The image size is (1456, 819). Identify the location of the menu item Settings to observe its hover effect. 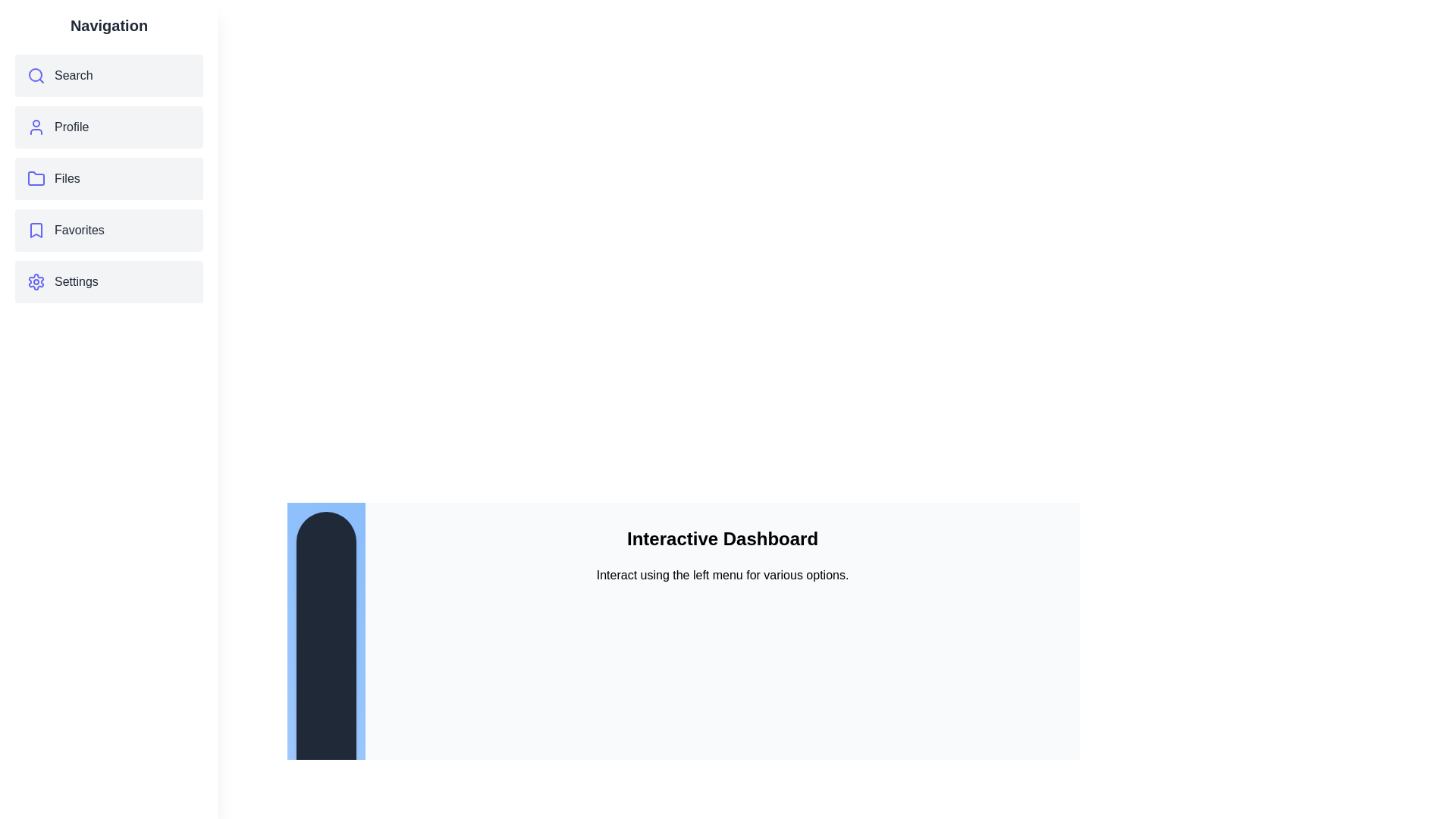
(108, 281).